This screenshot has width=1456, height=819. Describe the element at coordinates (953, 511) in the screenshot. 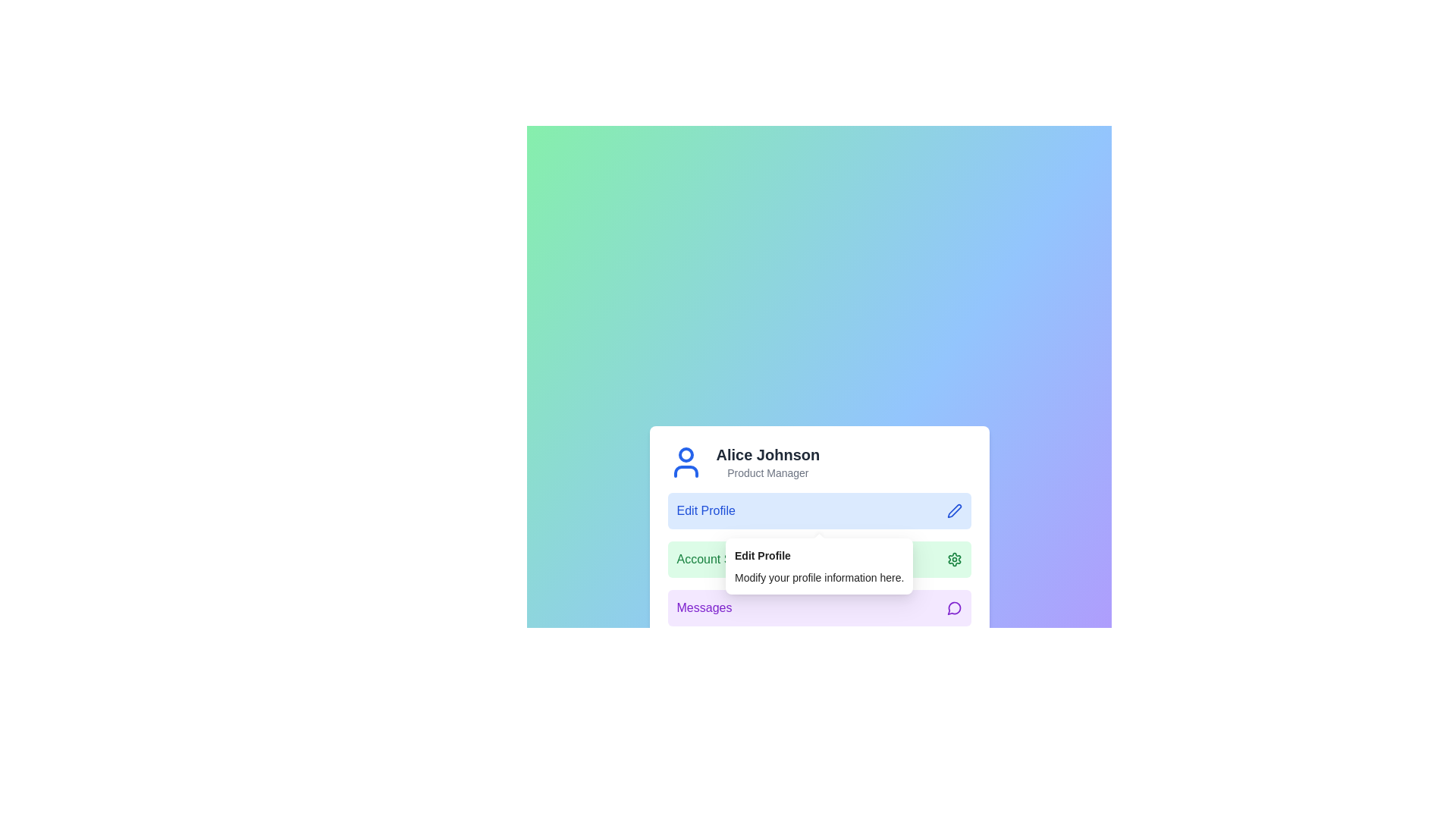

I see `the pen-like icon with a thin blue outline next to the 'Edit Profile' text to initiate detailed editing` at that location.